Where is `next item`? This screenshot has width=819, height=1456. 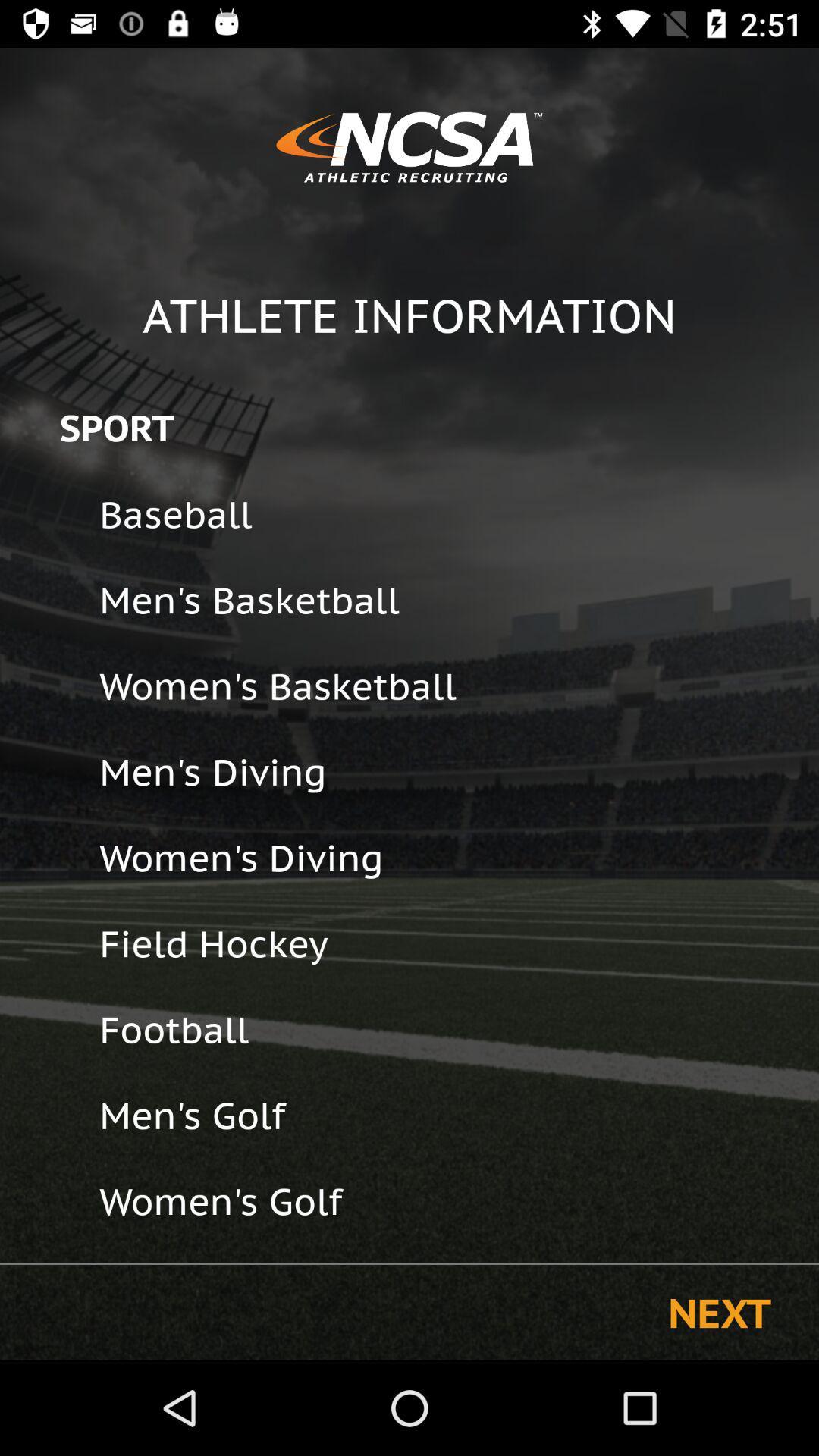
next item is located at coordinates (719, 1312).